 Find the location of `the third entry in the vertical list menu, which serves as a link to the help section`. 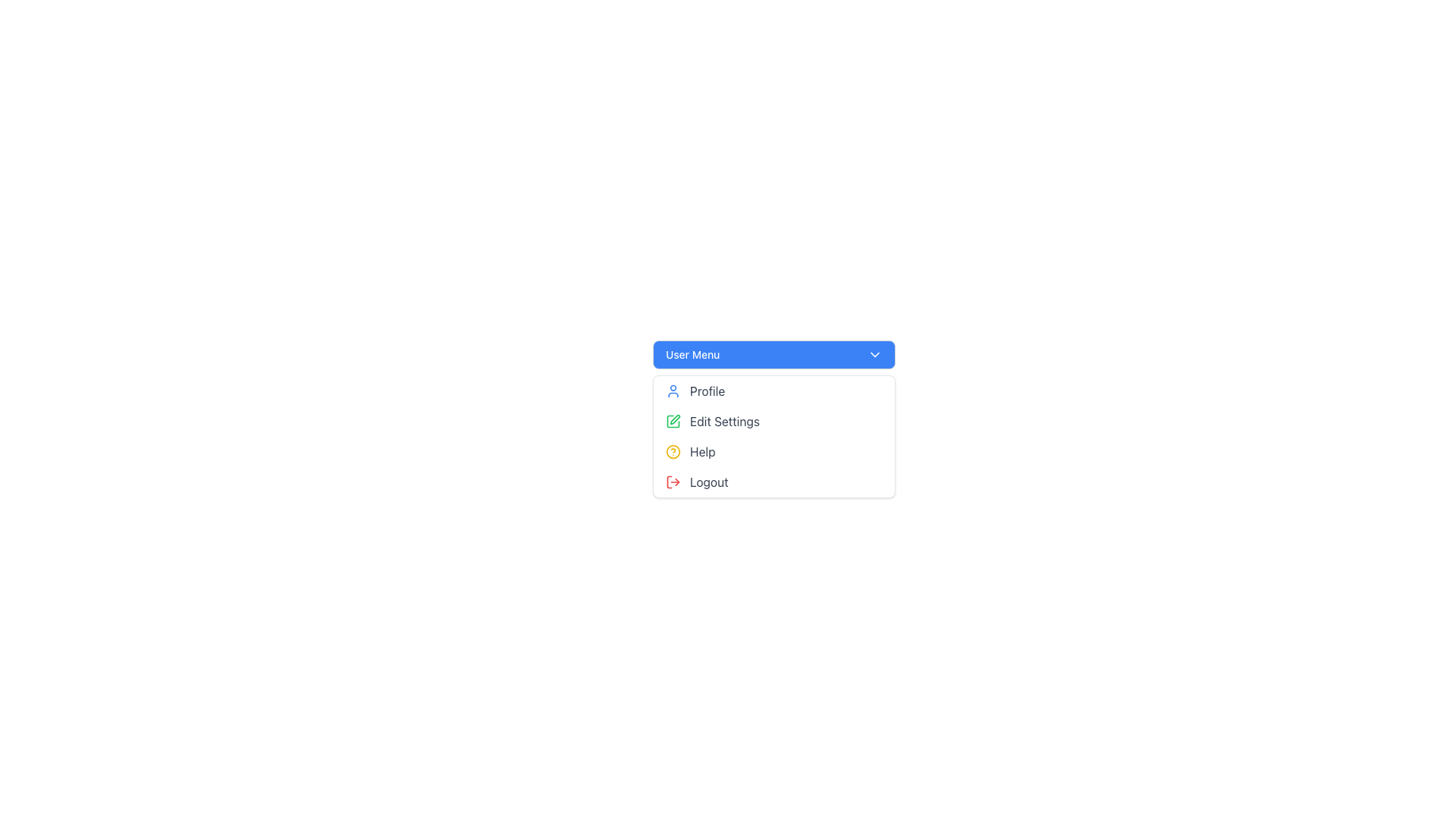

the third entry in the vertical list menu, which serves as a link to the help section is located at coordinates (774, 451).